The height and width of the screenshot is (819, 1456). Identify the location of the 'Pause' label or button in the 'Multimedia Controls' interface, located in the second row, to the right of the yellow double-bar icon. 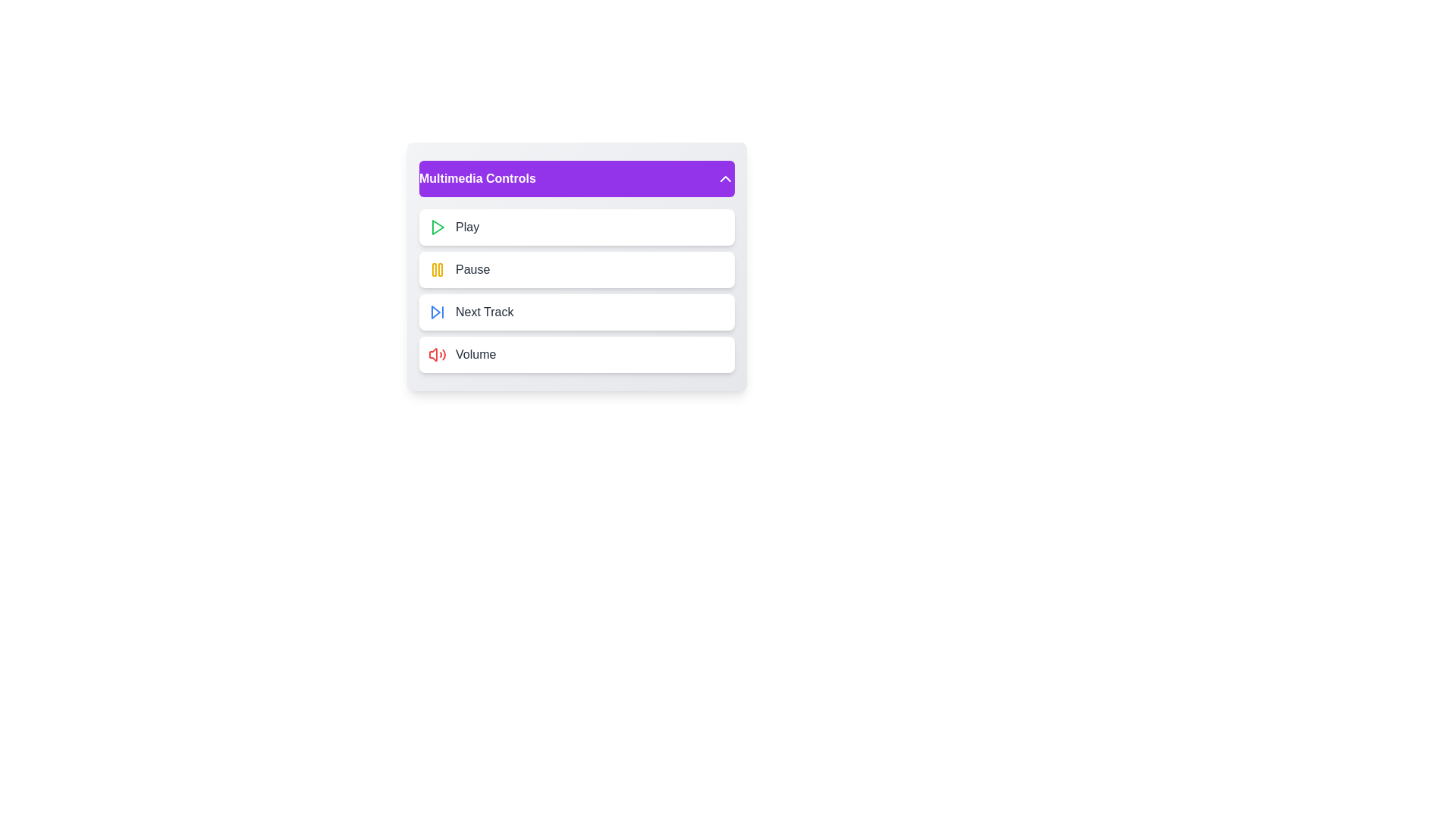
(472, 268).